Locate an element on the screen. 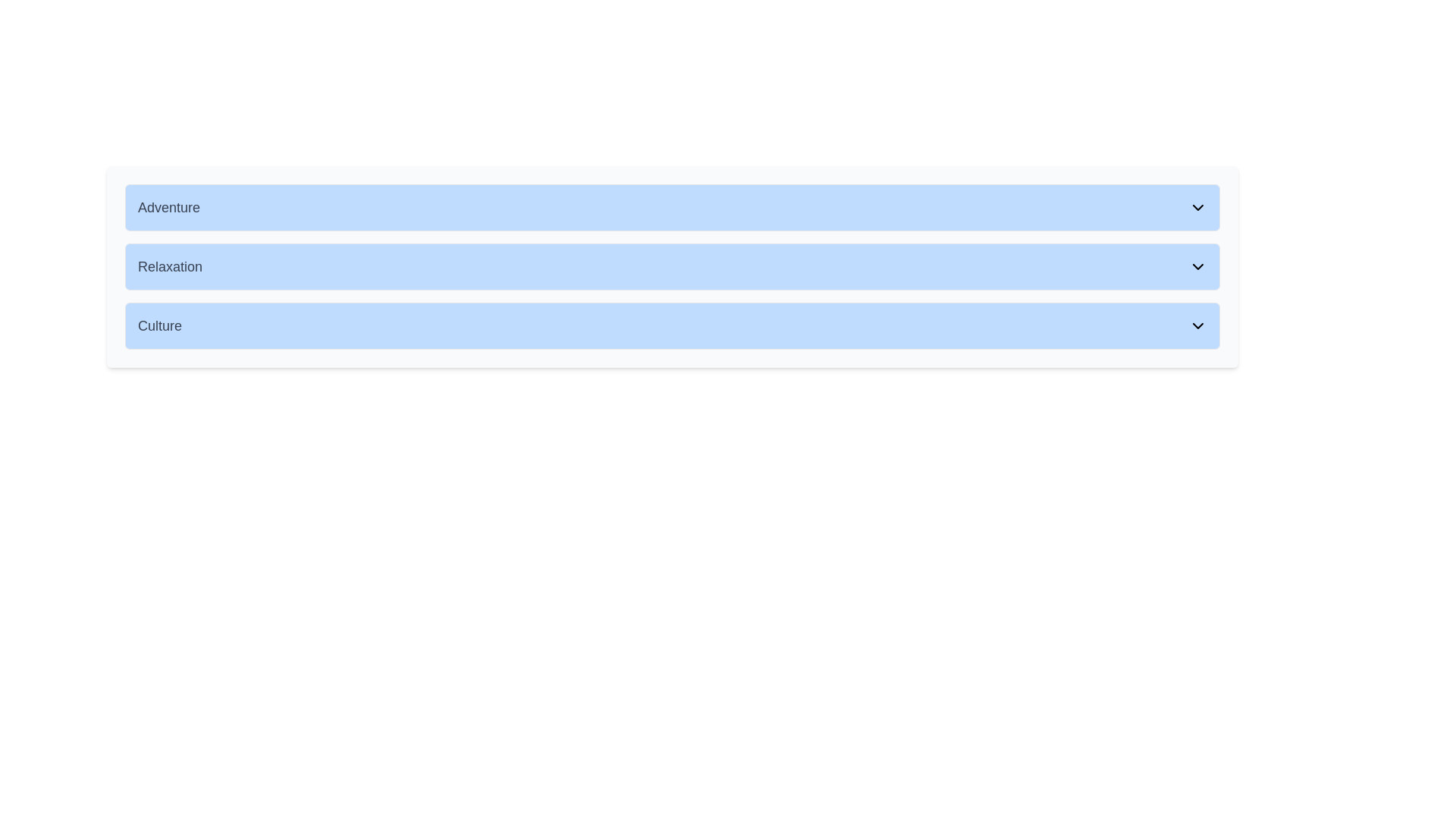 The width and height of the screenshot is (1456, 819). the decorative vector graphic or icon representation located at the far right of the 'Culture' section is located at coordinates (1185, 320).